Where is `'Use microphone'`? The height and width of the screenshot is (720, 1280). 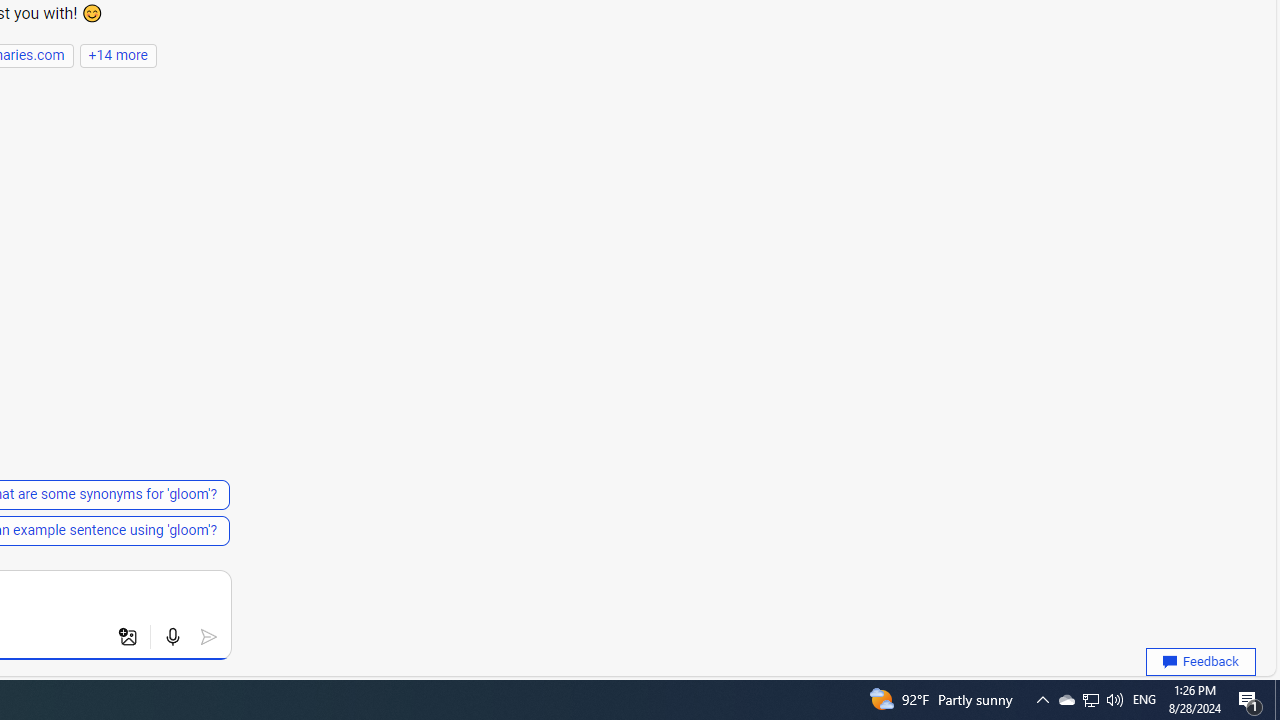 'Use microphone' is located at coordinates (172, 637).